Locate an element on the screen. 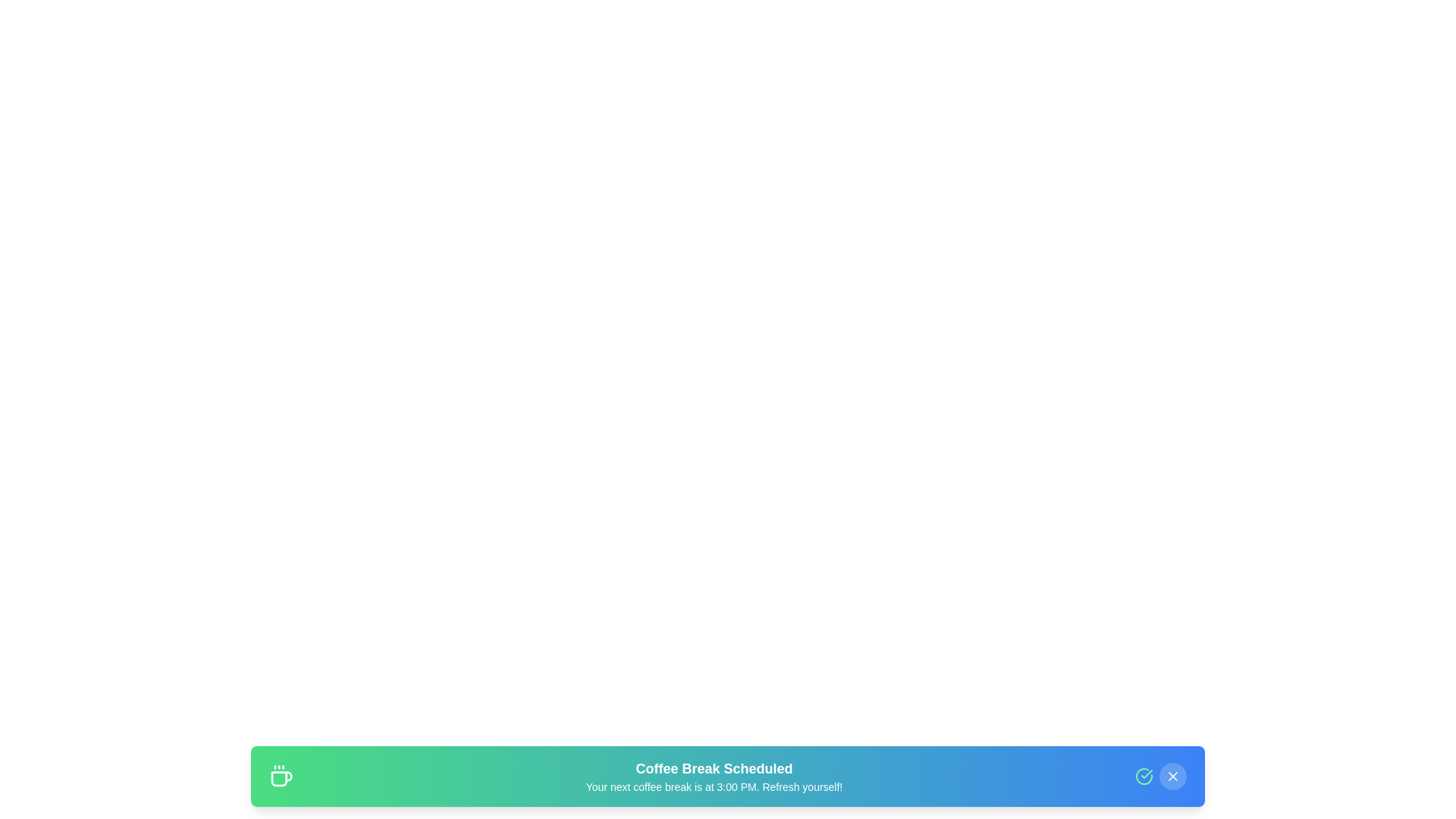 The width and height of the screenshot is (1456, 819). the close button to dismiss the snackbar is located at coordinates (1172, 776).